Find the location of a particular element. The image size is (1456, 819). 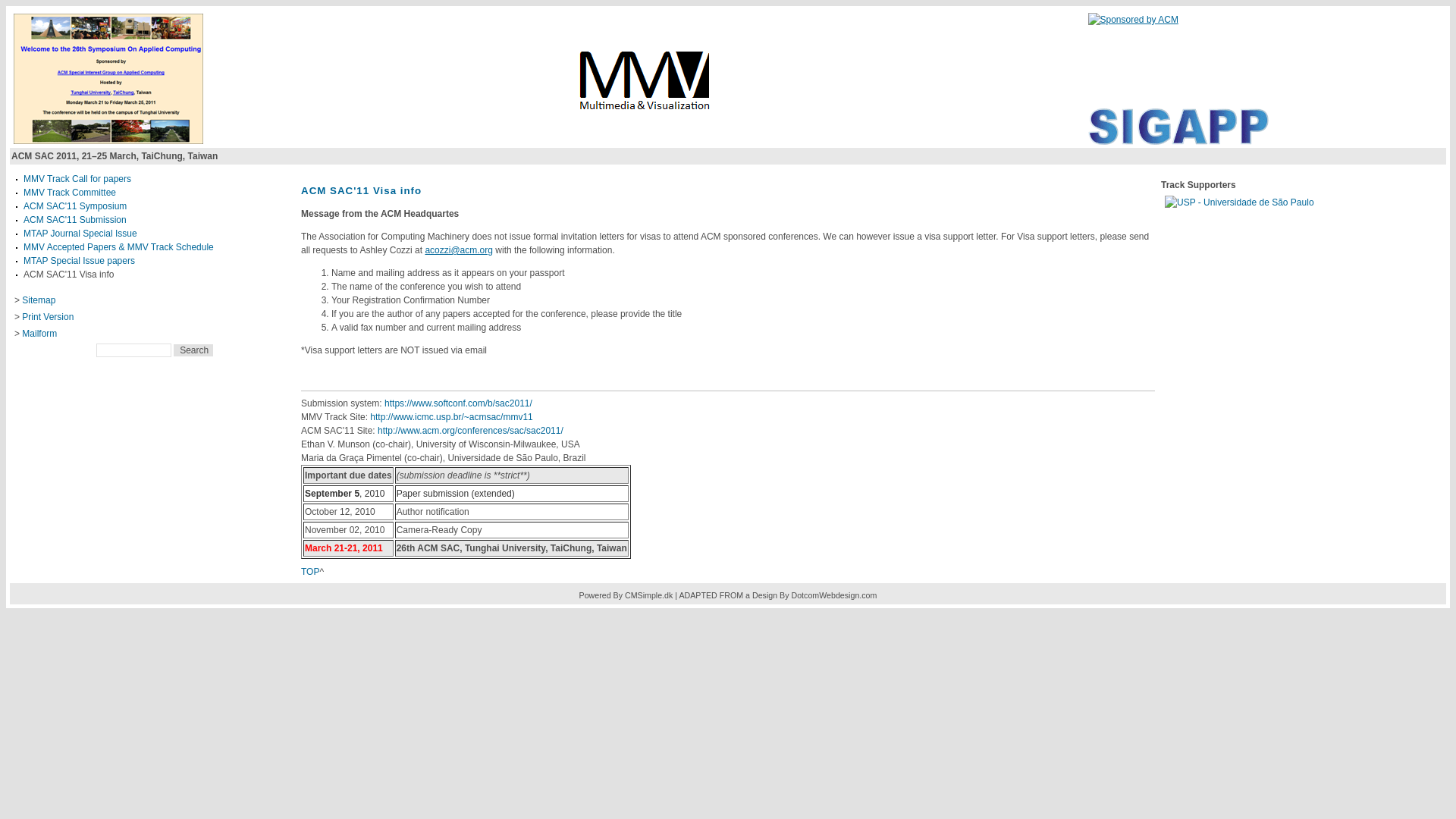

'https://www.softconf.com/b/sac2011/' is located at coordinates (457, 403).